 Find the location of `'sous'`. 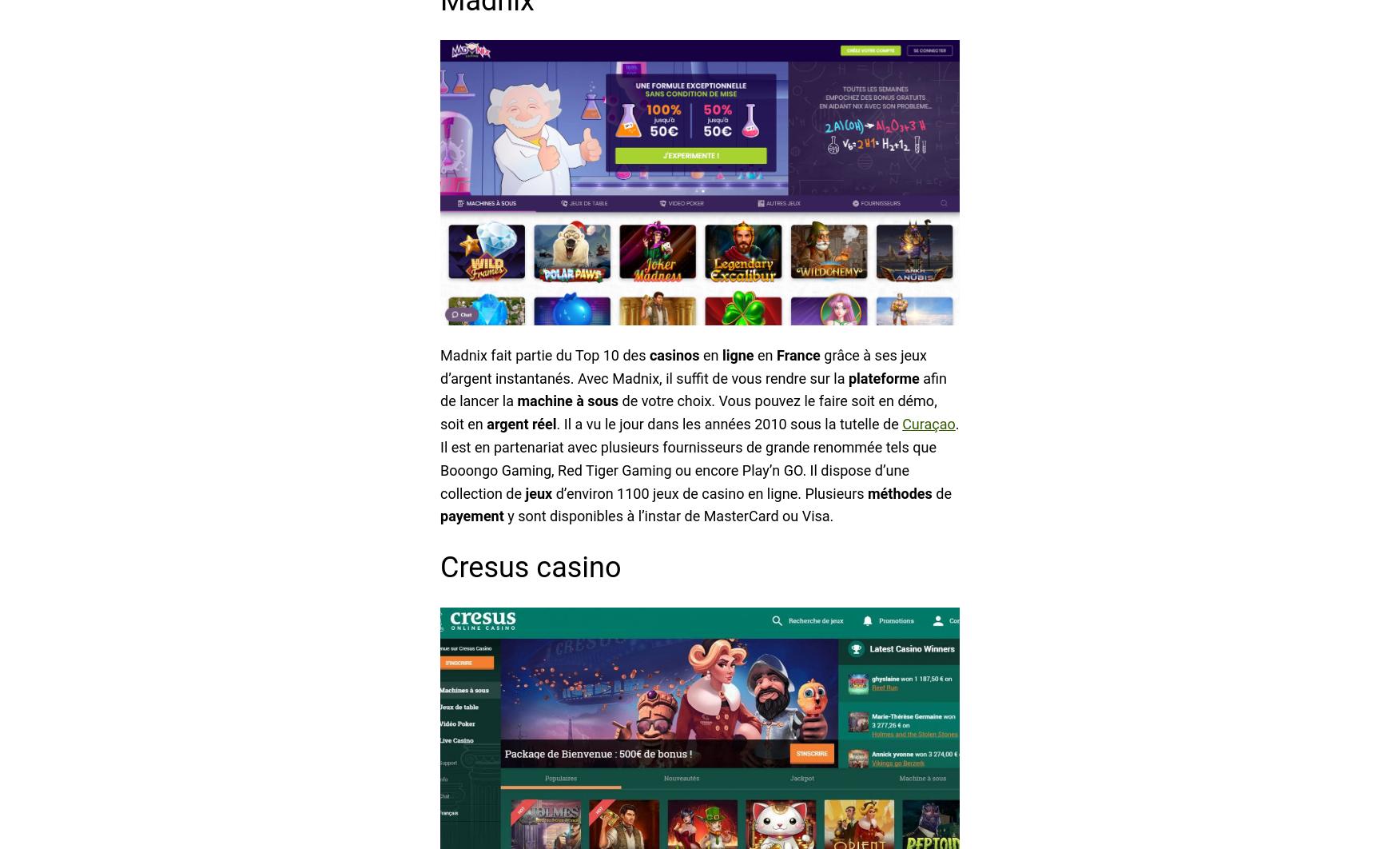

'sous' is located at coordinates (603, 400).